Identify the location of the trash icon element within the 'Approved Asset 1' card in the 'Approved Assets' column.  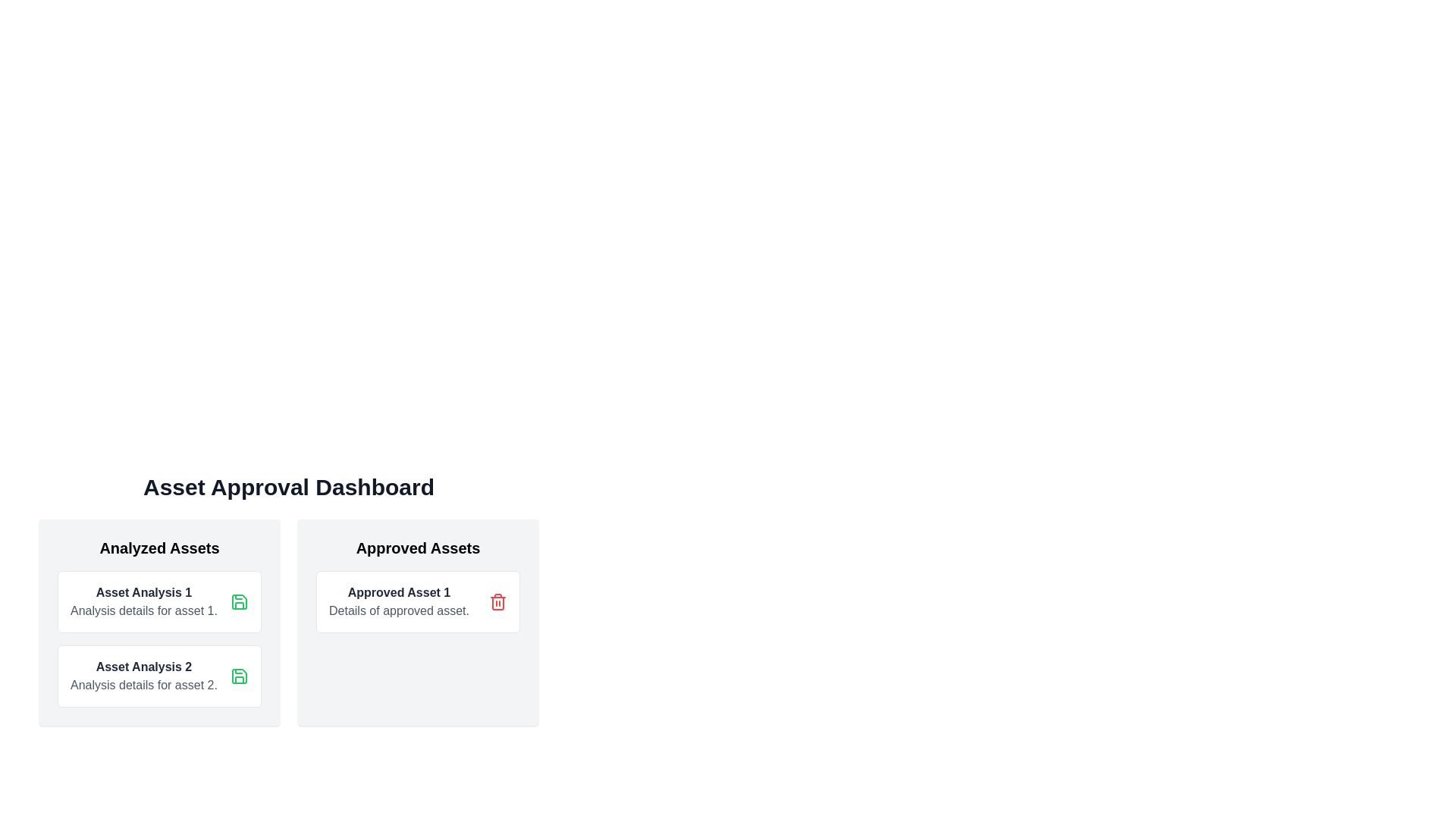
(498, 602).